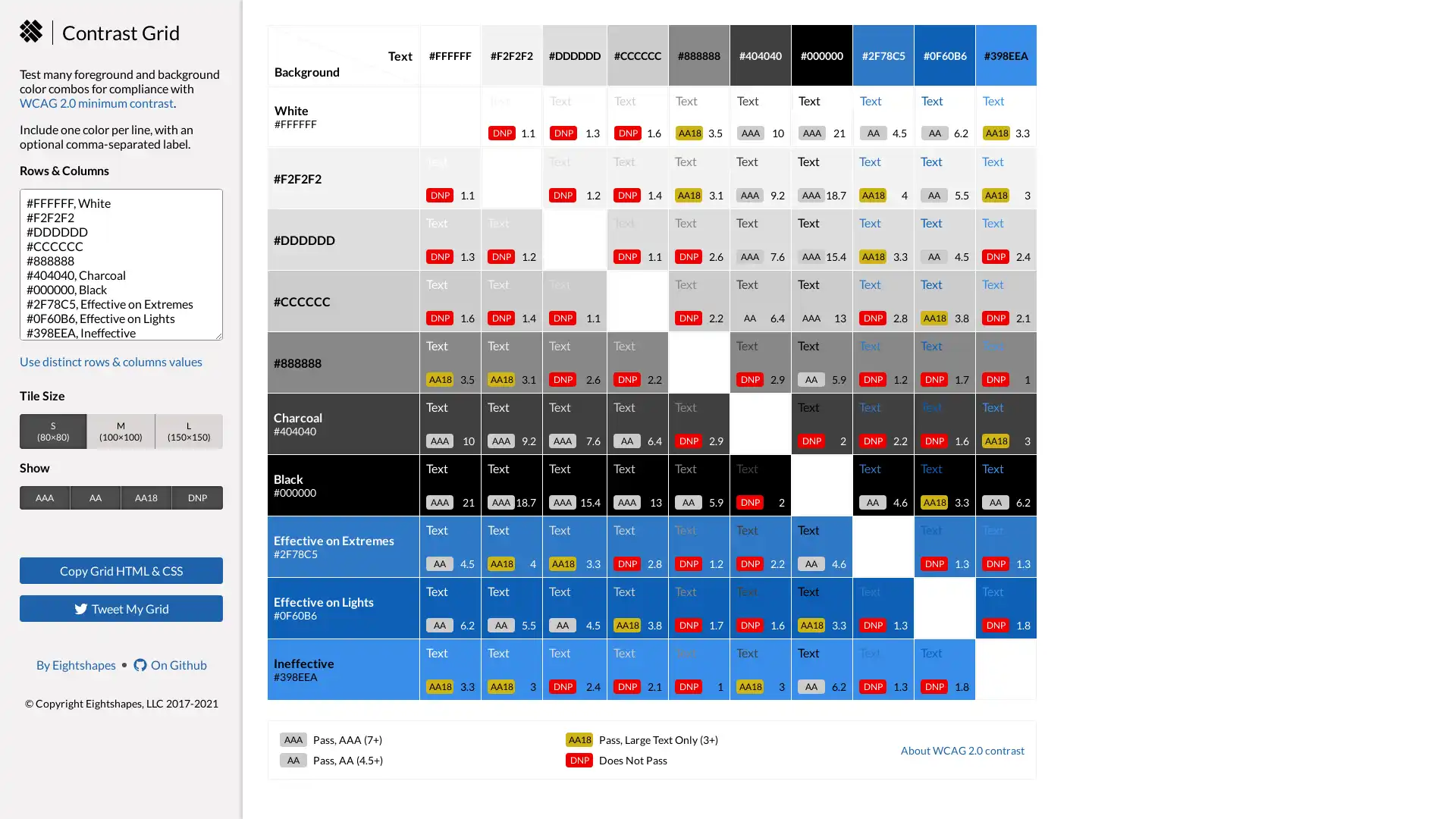 Image resolution: width=1456 pixels, height=819 pixels. What do you see at coordinates (120, 570) in the screenshot?
I see `Copy Grid HTML & CSS` at bounding box center [120, 570].